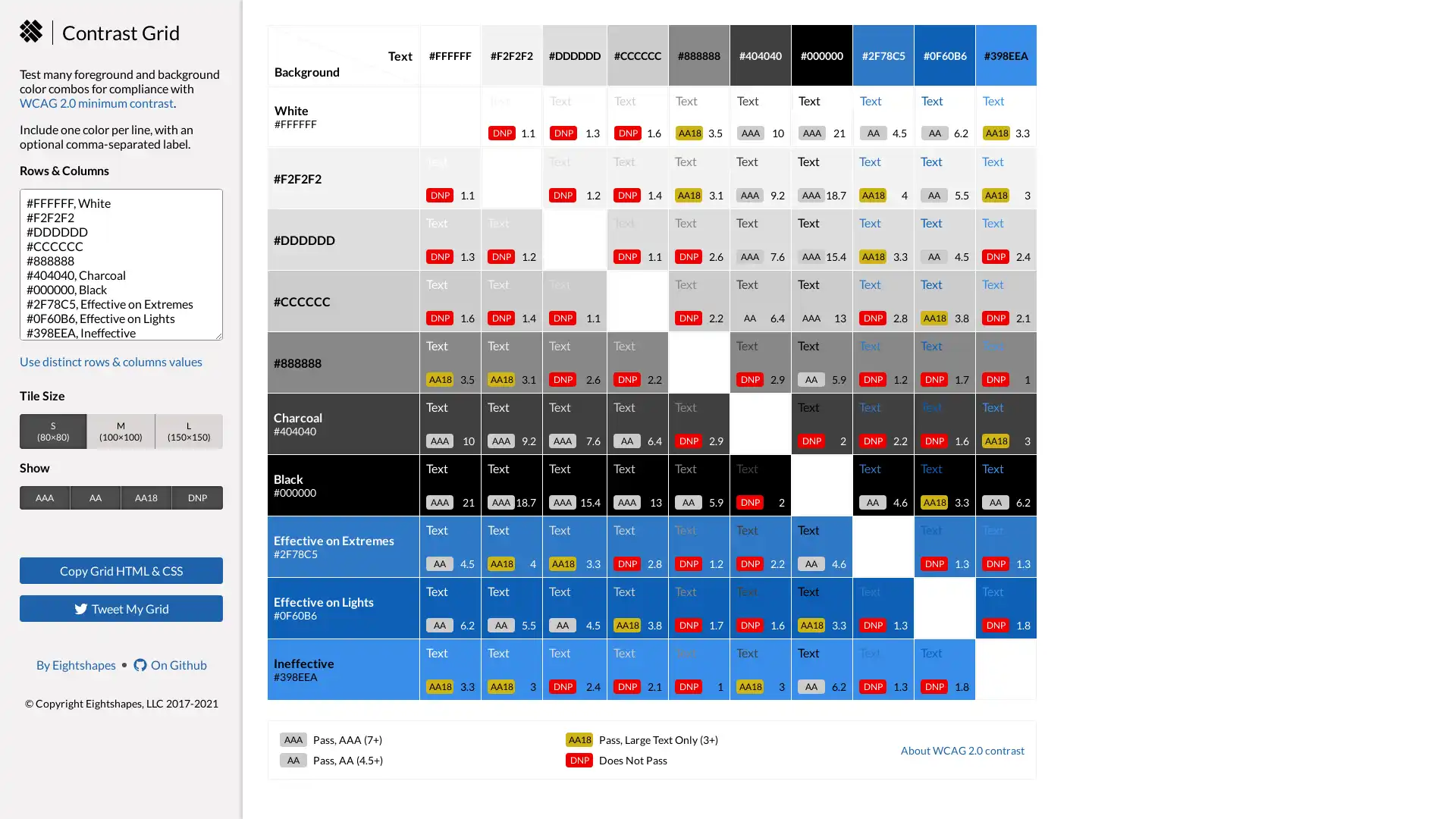 Image resolution: width=1456 pixels, height=819 pixels. What do you see at coordinates (120, 570) in the screenshot?
I see `Copy Grid HTML & CSS` at bounding box center [120, 570].